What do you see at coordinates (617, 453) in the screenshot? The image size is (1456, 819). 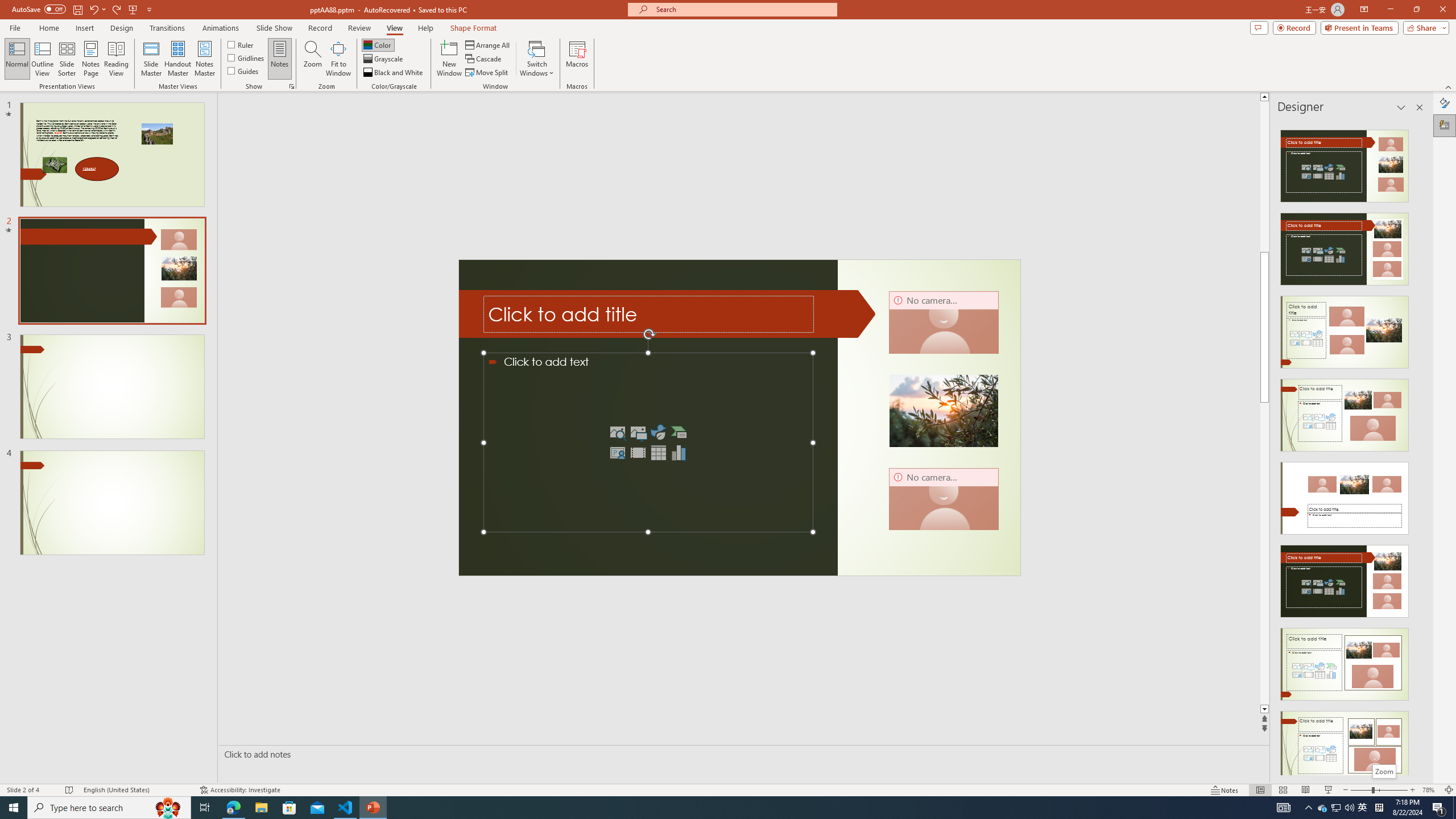 I see `'Insert Cameo'` at bounding box center [617, 453].